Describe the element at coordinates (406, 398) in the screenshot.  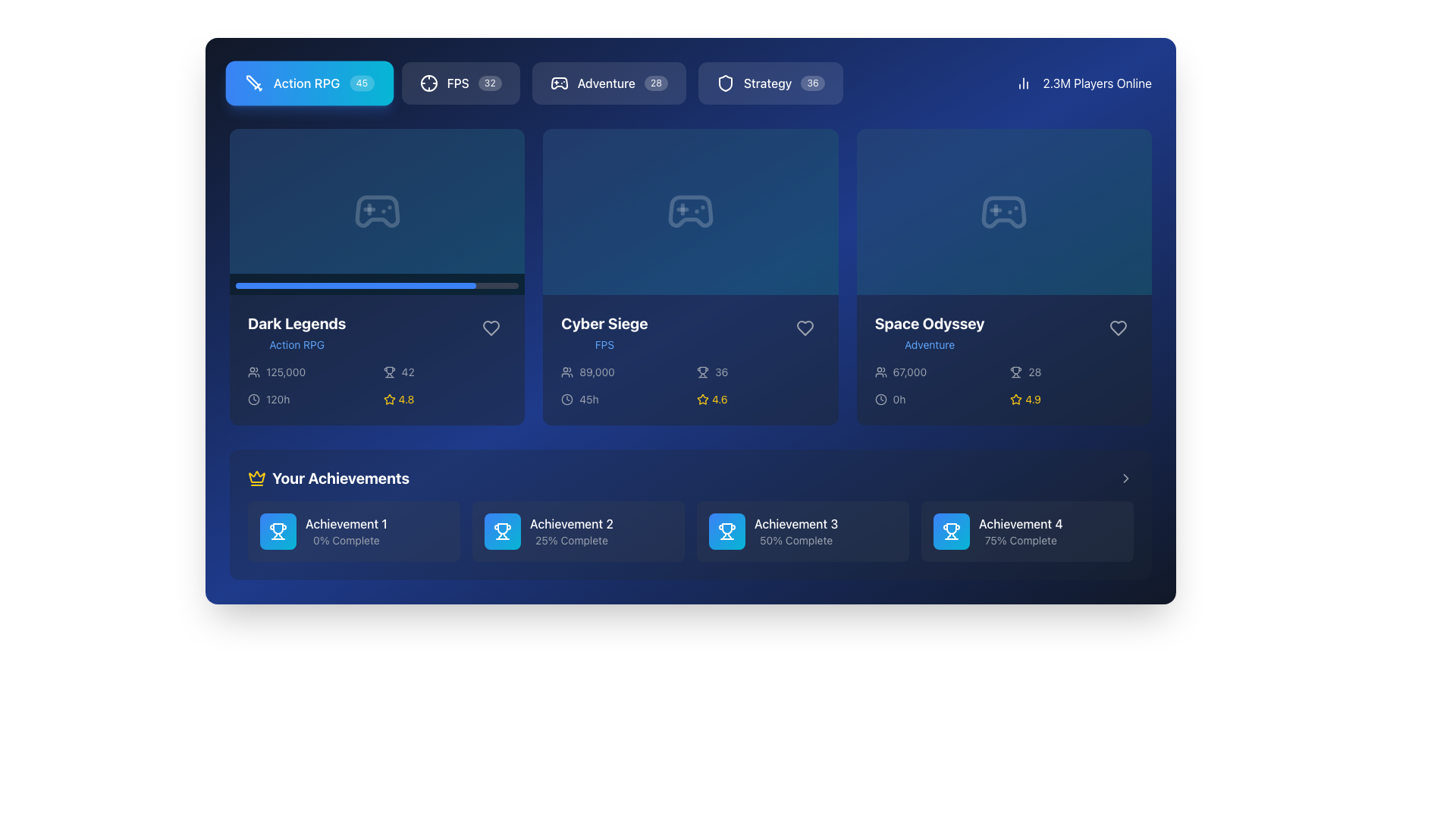
I see `the static text element displaying the numeric value '4.8', which is a rating representation located to the right of a yellow star icon in the 'Dark Legends' game card` at that location.